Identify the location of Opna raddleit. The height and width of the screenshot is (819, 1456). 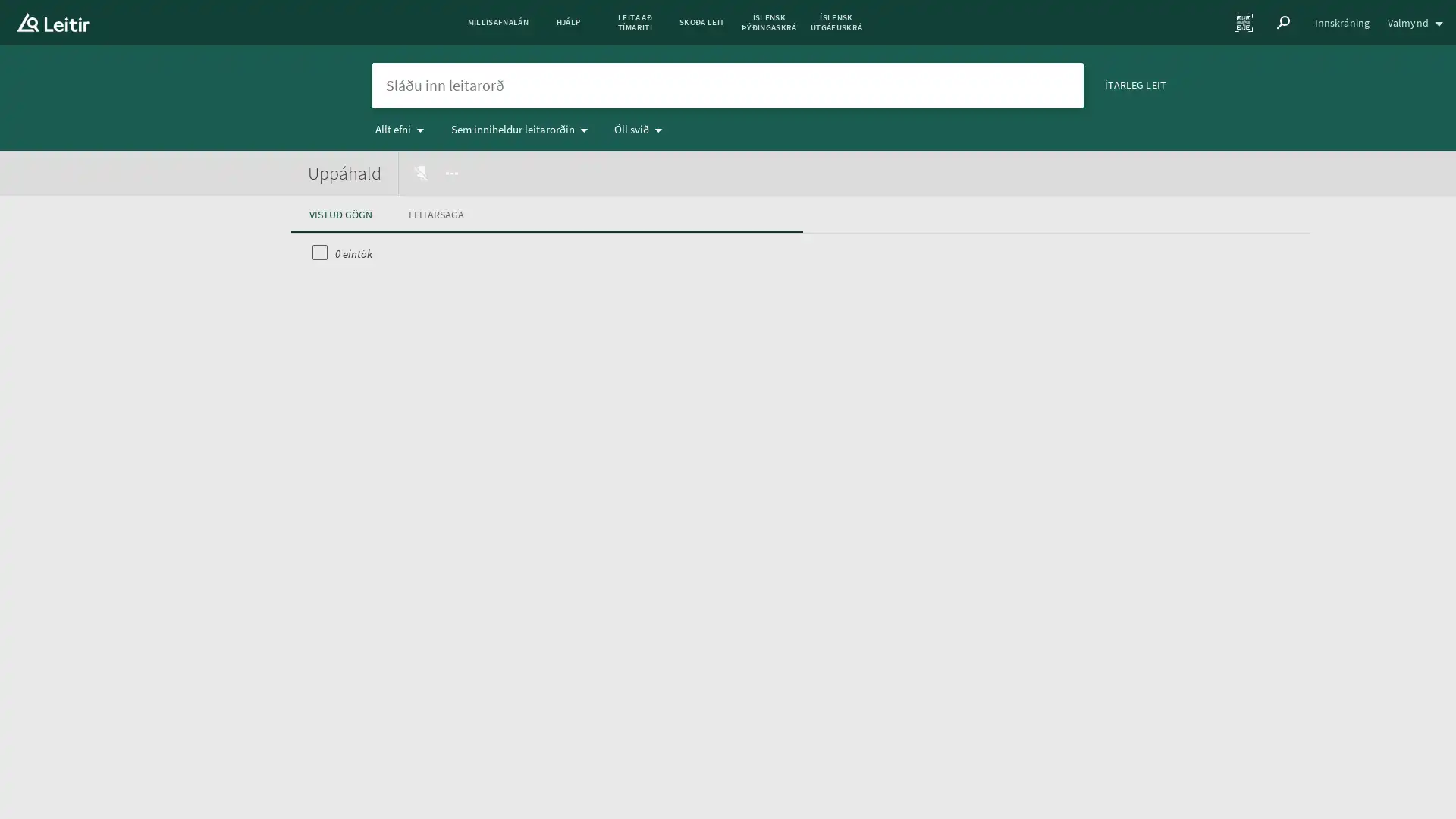
(1030, 84).